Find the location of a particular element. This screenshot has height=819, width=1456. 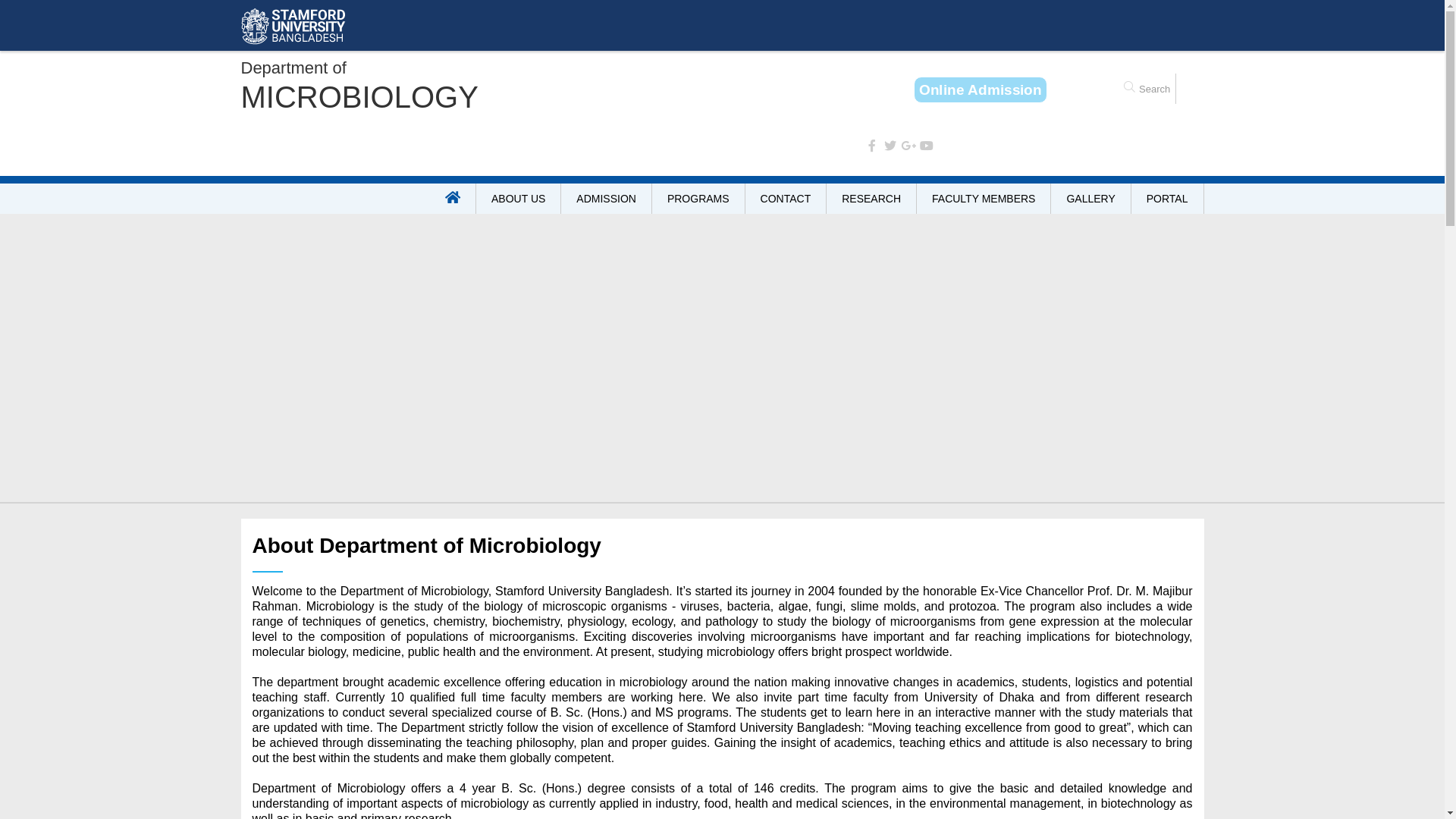

'Online' is located at coordinates (980, 89).